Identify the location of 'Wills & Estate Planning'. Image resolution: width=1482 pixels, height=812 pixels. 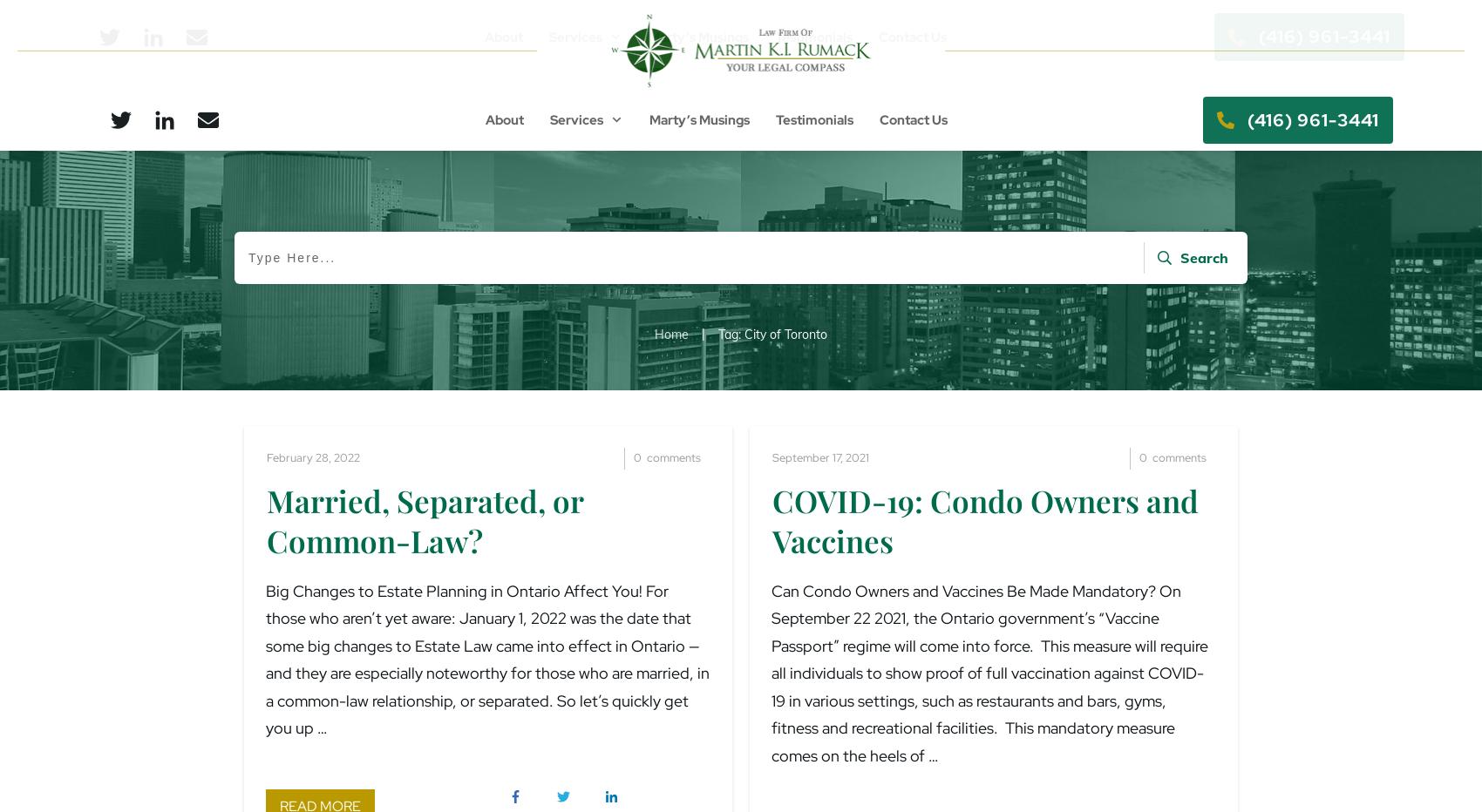
(665, 170).